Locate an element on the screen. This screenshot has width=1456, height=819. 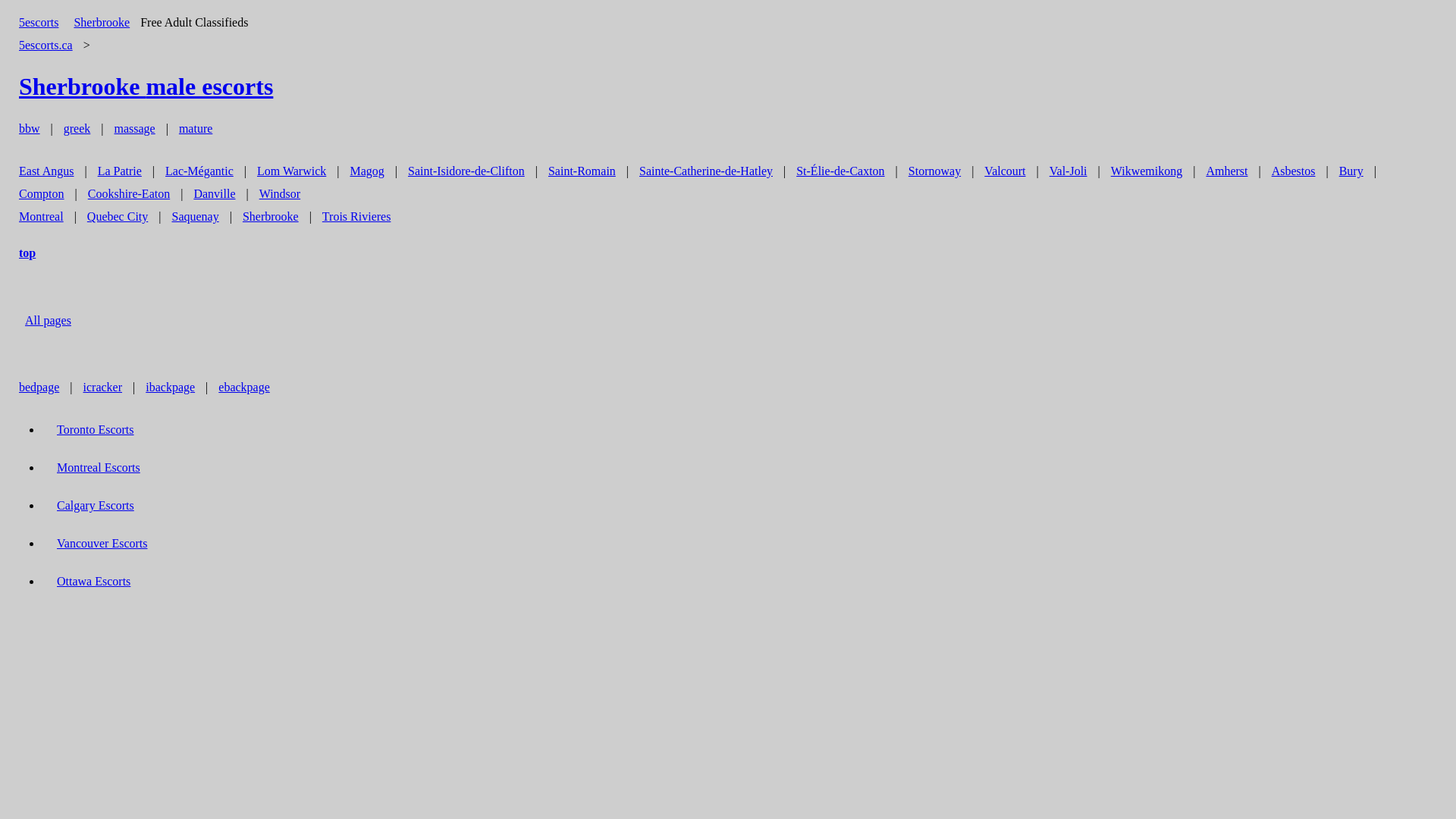
'Danville' is located at coordinates (213, 193).